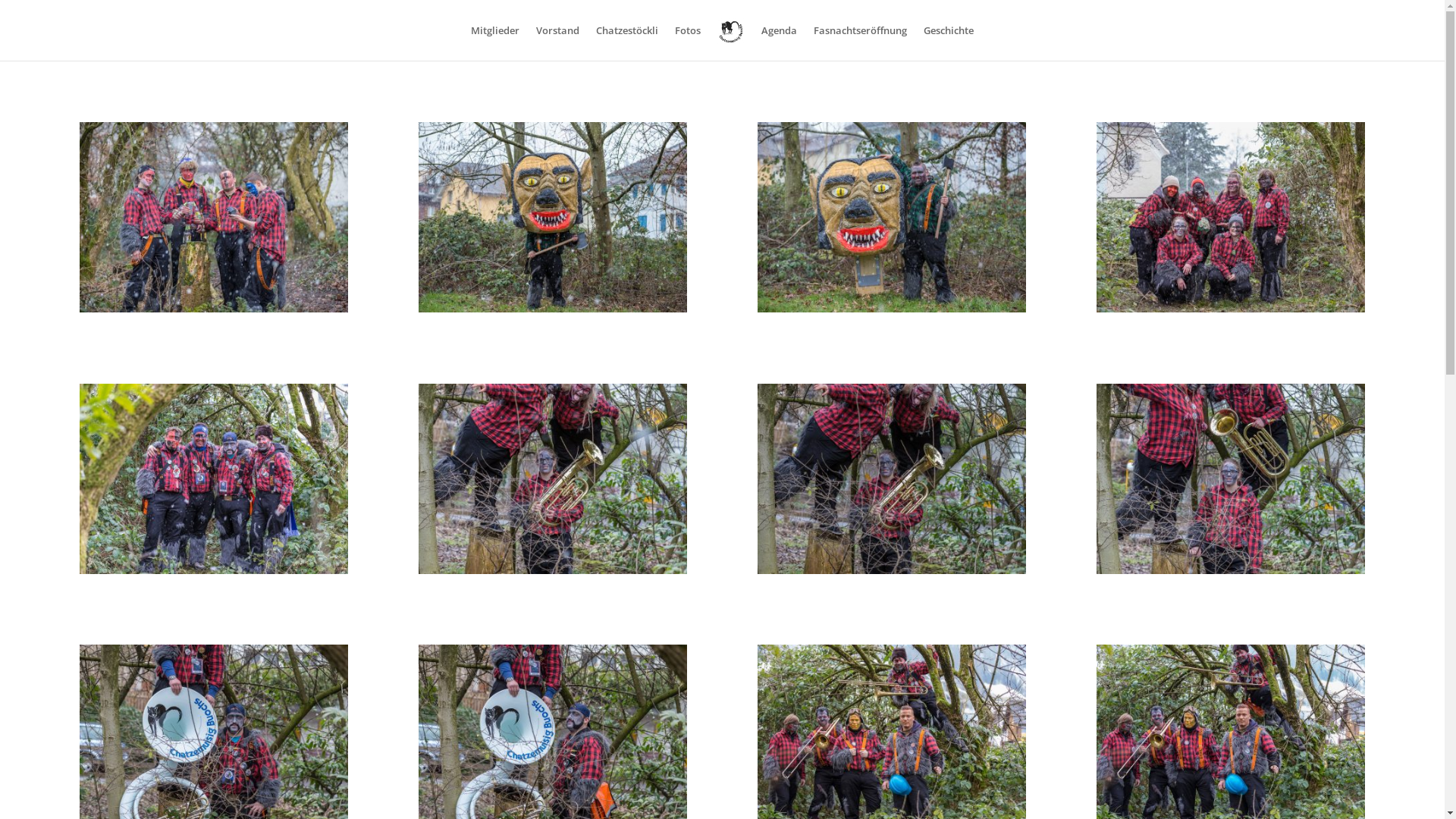  I want to click on 'Mitglieder', so click(494, 42).